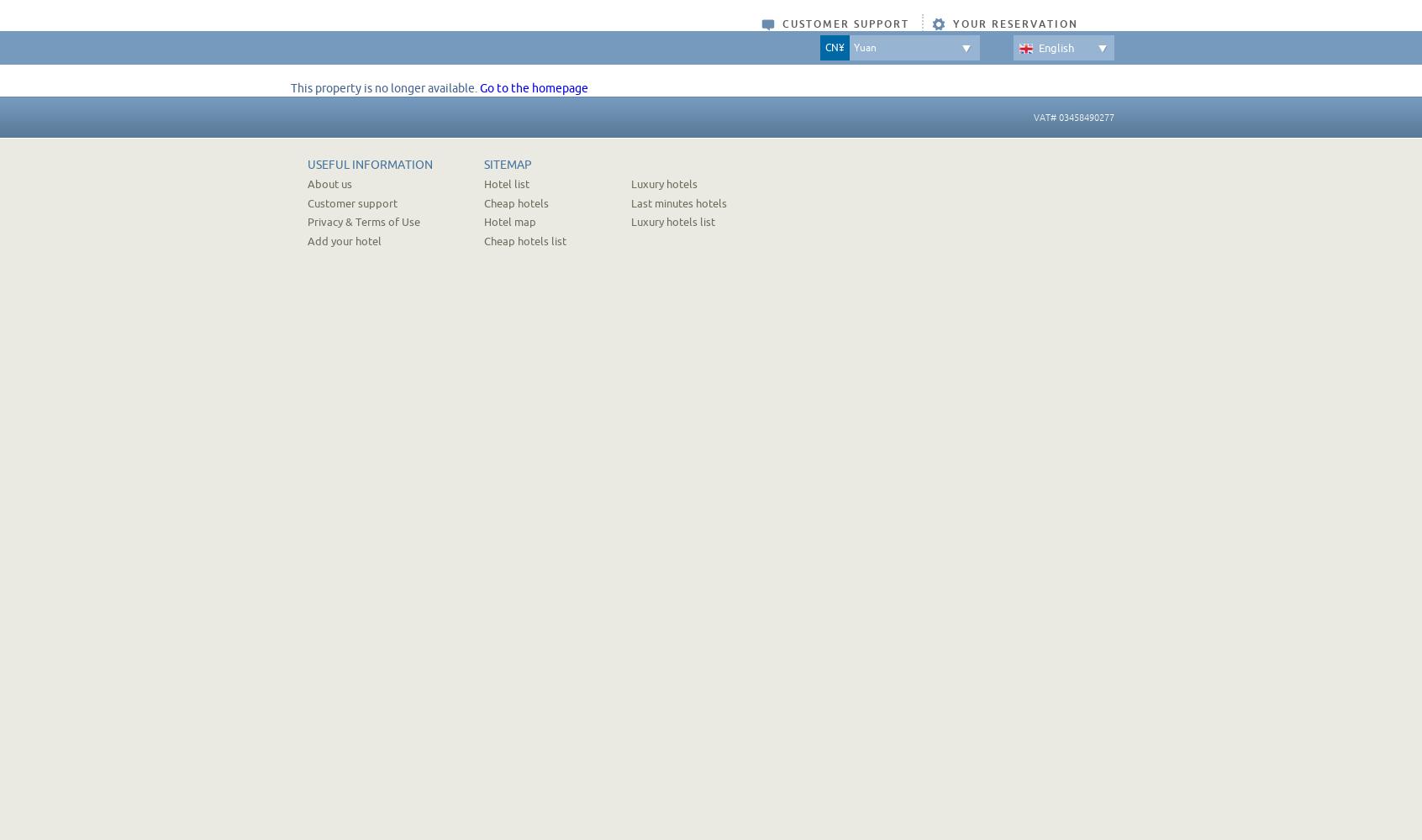 The image size is (1422, 840). Describe the element at coordinates (515, 202) in the screenshot. I see `'Cheap hotels'` at that location.